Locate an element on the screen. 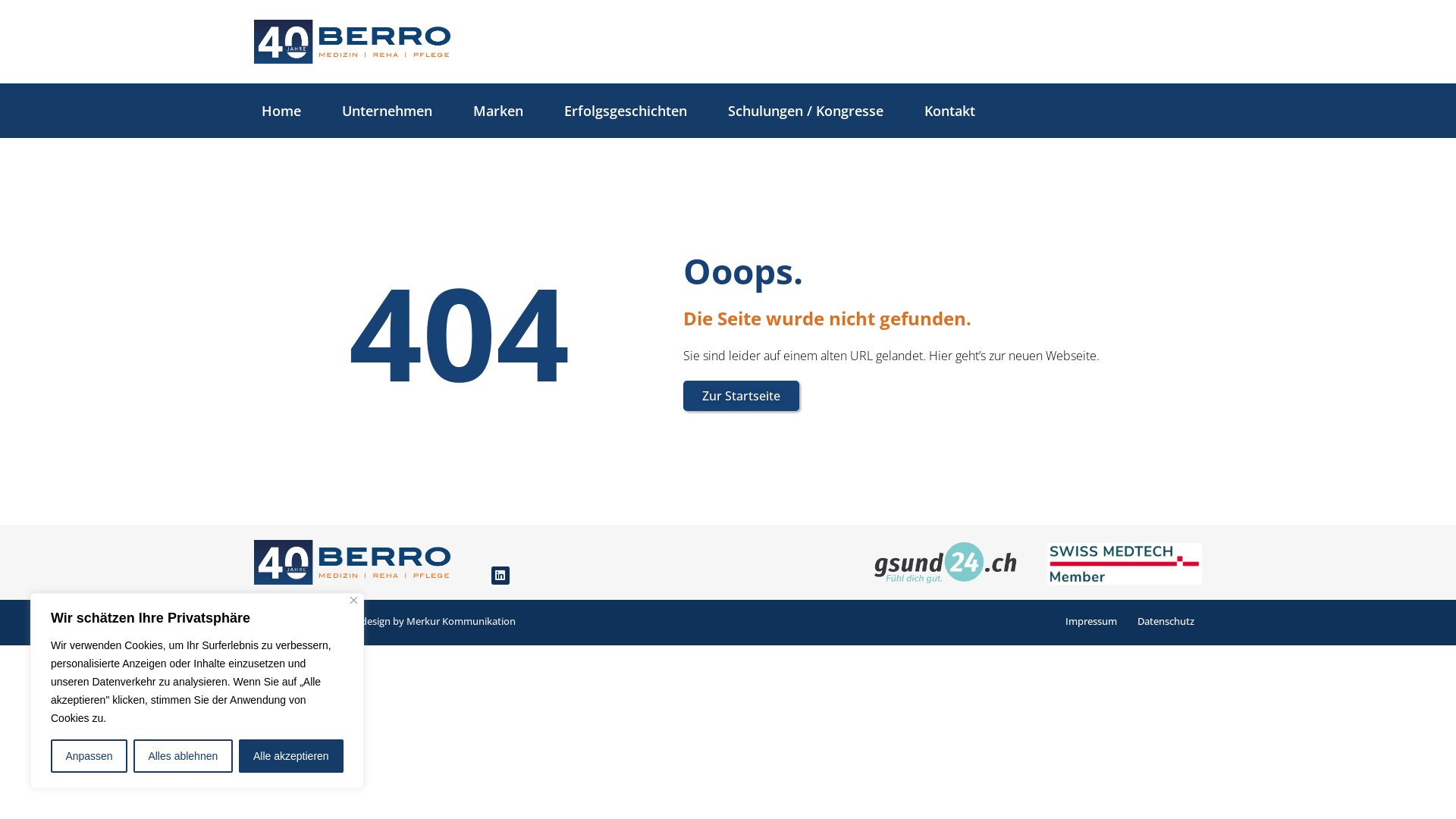 The image size is (1456, 819). 'Zur Startseite' is located at coordinates (741, 394).